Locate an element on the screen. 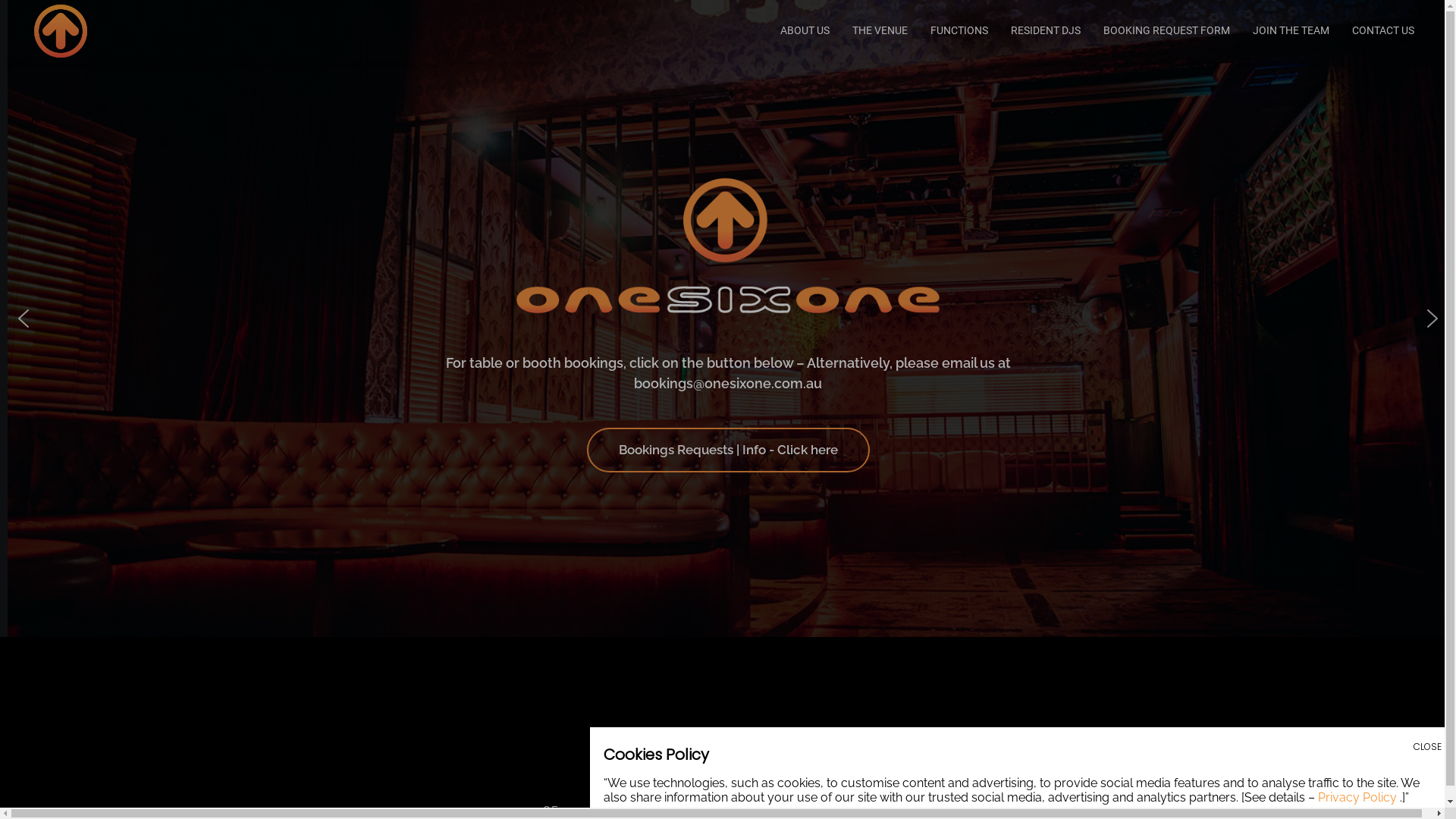  'THE VENUE' is located at coordinates (880, 30).